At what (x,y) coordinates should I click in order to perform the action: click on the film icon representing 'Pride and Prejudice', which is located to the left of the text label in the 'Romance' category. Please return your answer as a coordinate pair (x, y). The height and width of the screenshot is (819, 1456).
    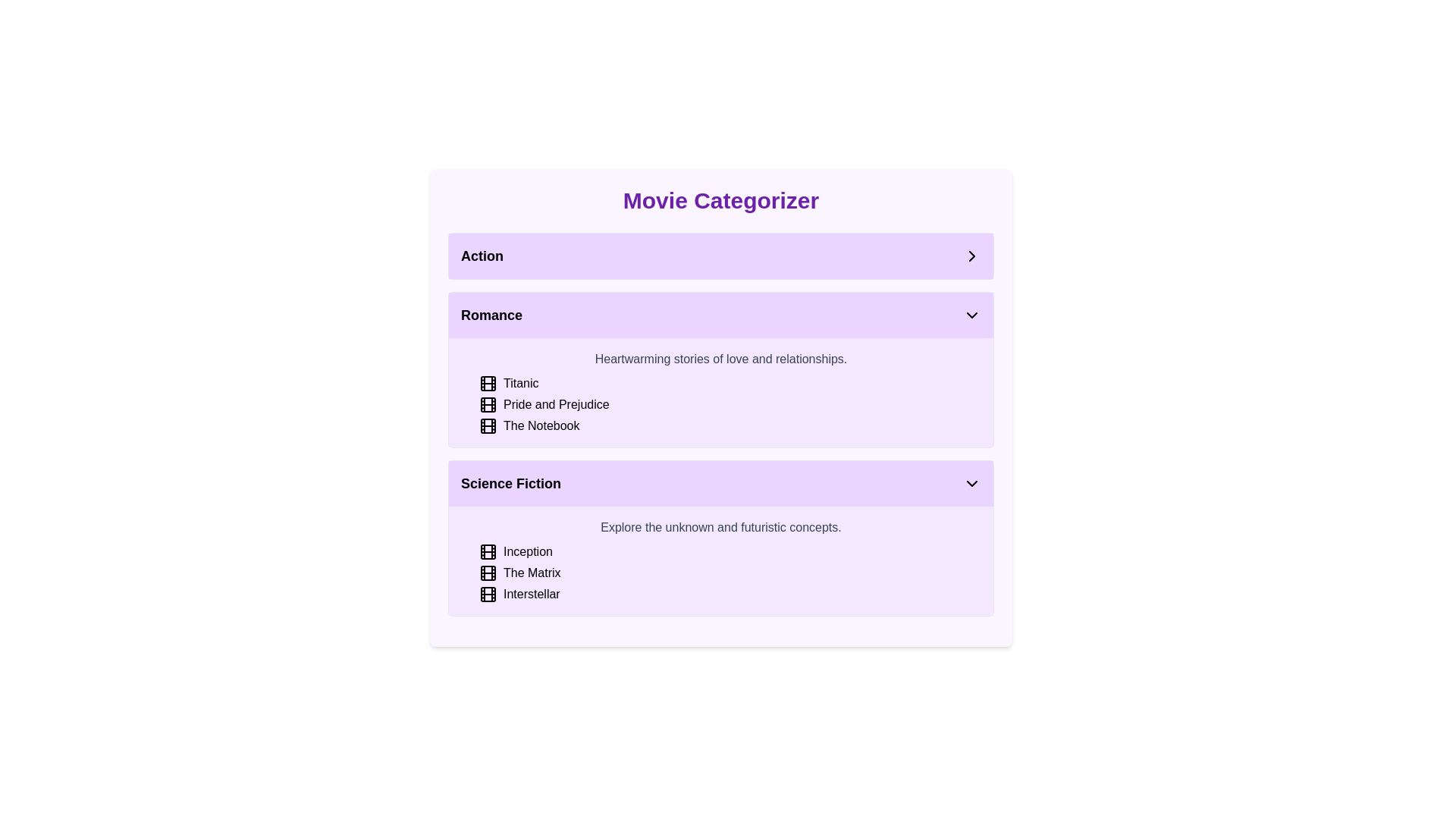
    Looking at the image, I should click on (488, 403).